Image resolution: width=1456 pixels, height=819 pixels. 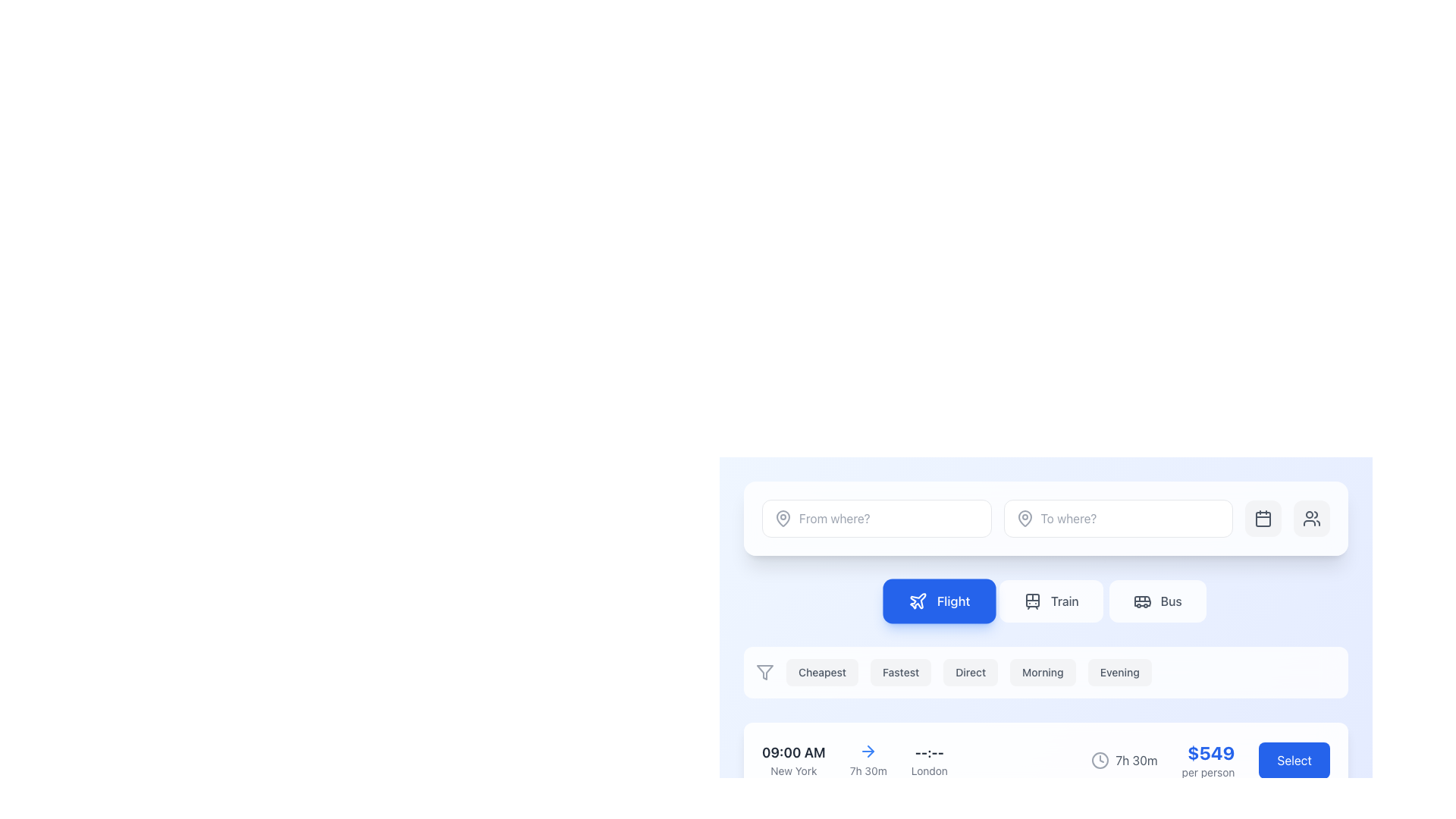 What do you see at coordinates (928, 752) in the screenshot?
I see `the Text label displaying dashes ('--:--') in bold gray font, which serves as a placeholder for time information, positioned above the text 'London' in a booking interface` at bounding box center [928, 752].